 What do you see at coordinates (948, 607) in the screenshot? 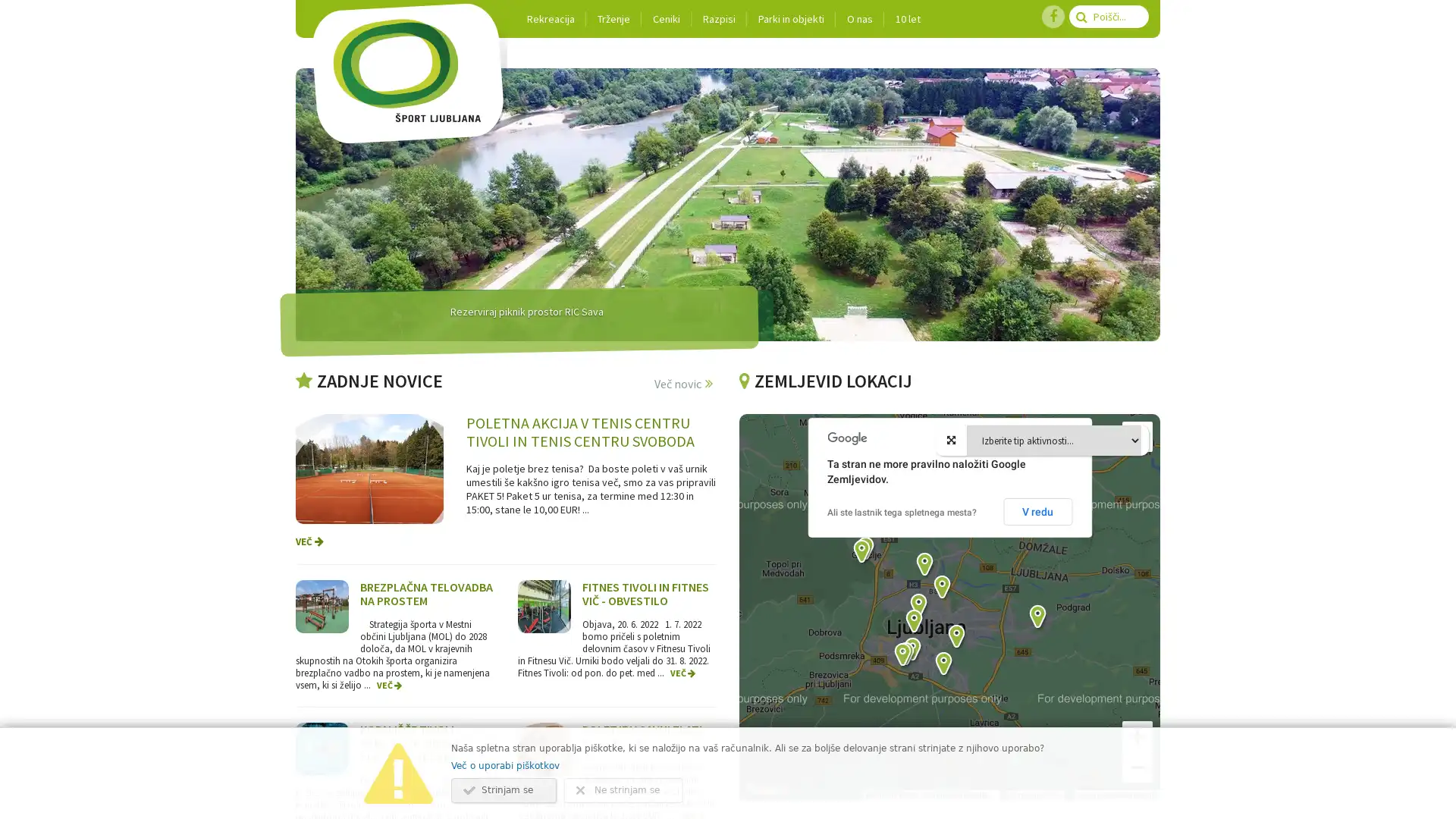
I see `Kako do nas?` at bounding box center [948, 607].